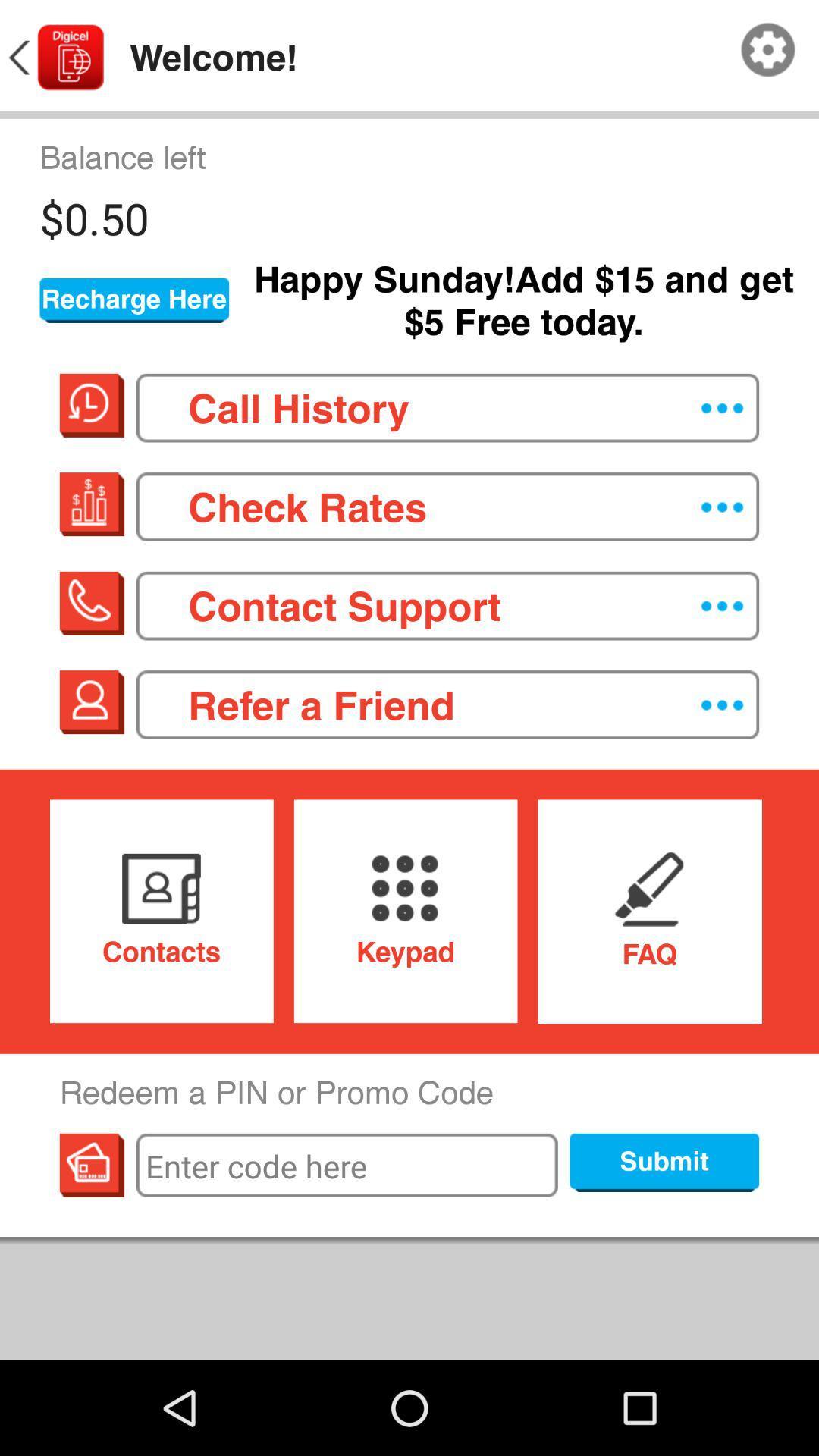 This screenshot has width=819, height=1456. Describe the element at coordinates (768, 54) in the screenshot. I see `the settings icon` at that location.